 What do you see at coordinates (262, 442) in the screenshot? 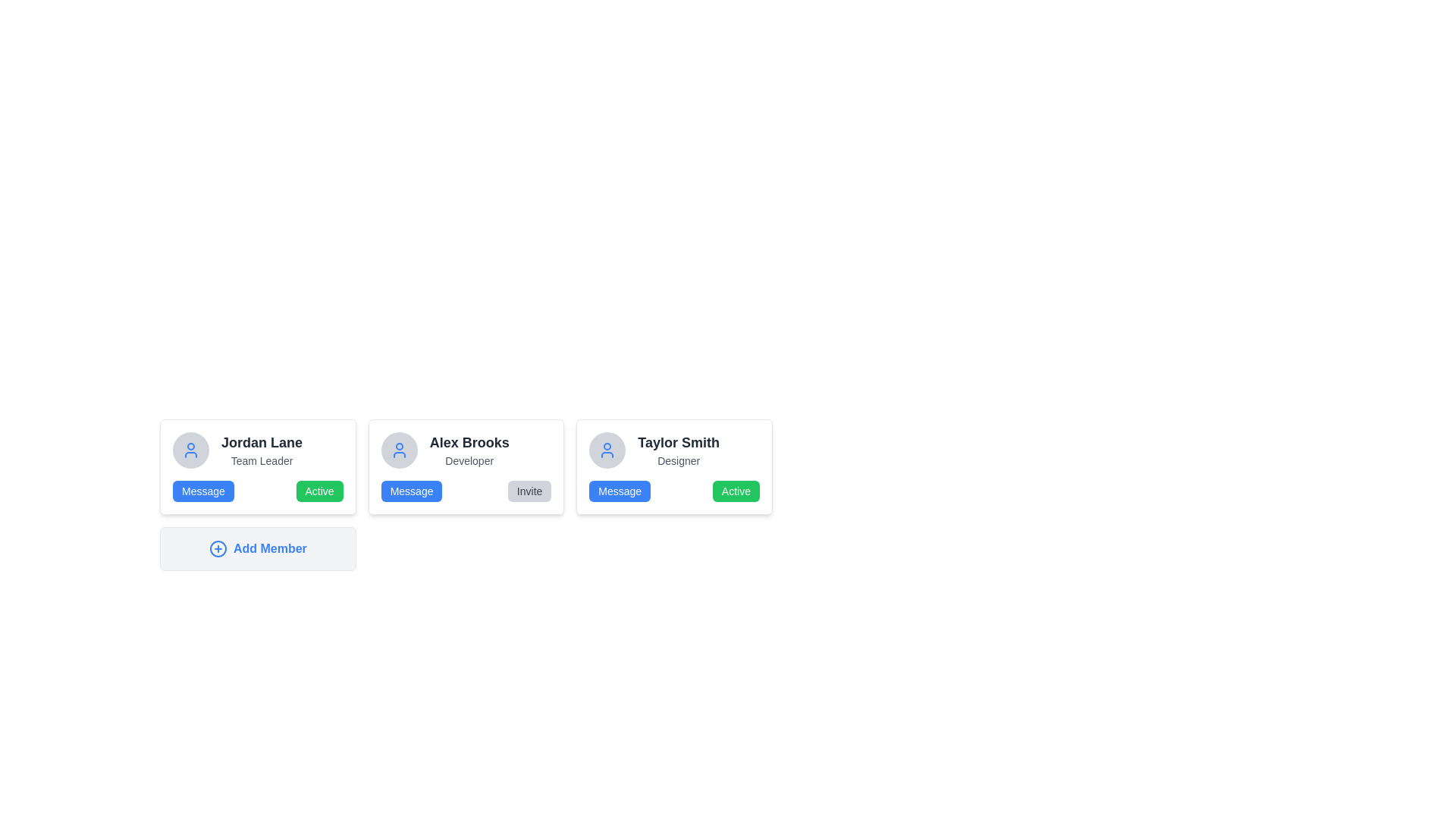
I see `the title text at the top of the card representing an individual` at bounding box center [262, 442].